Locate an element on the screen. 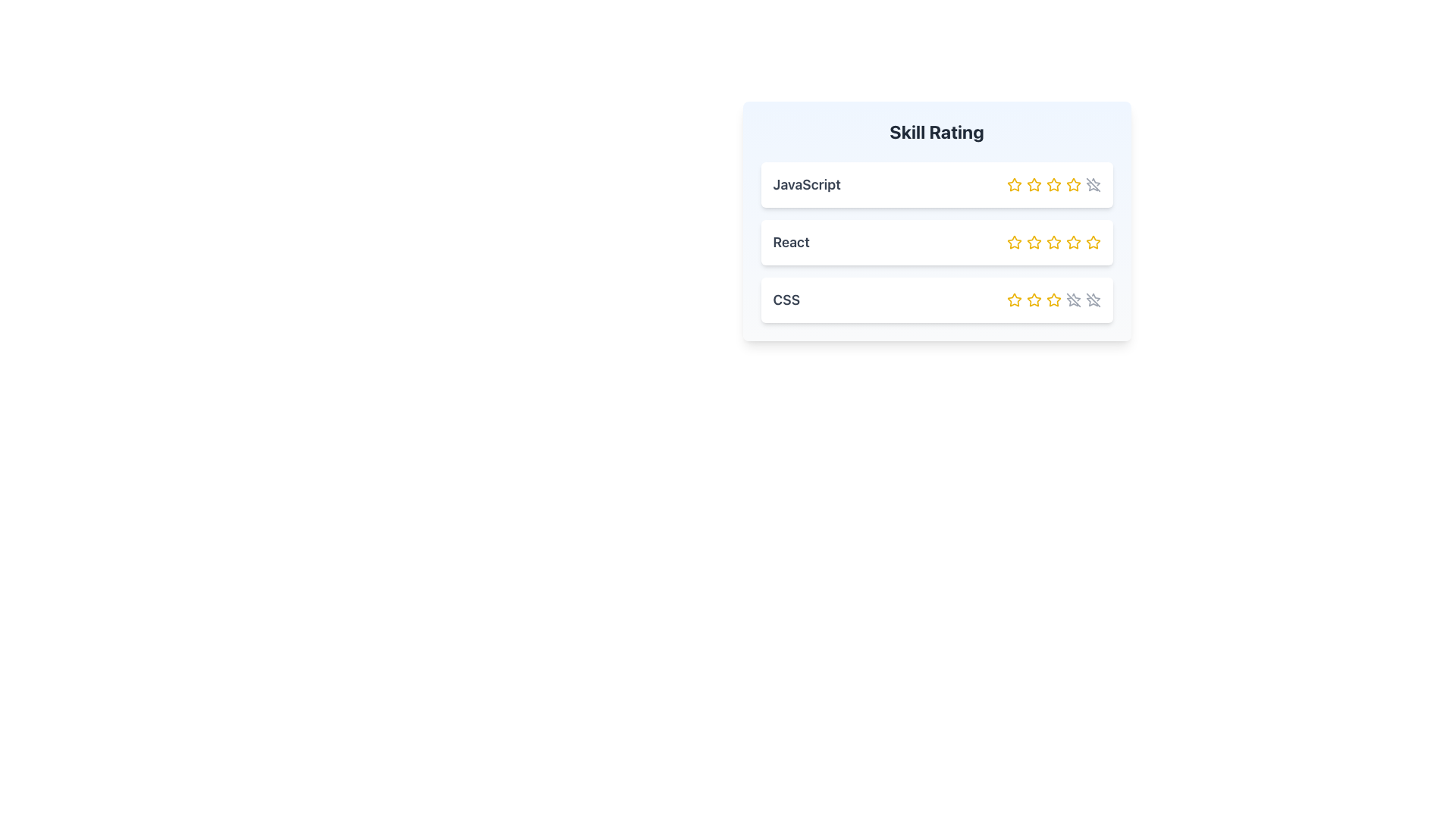 The height and width of the screenshot is (819, 1456). the second part of the star icon representing the first rating star for the 'JavaScript' skill in the top rating row of the skill rating section is located at coordinates (1095, 181).